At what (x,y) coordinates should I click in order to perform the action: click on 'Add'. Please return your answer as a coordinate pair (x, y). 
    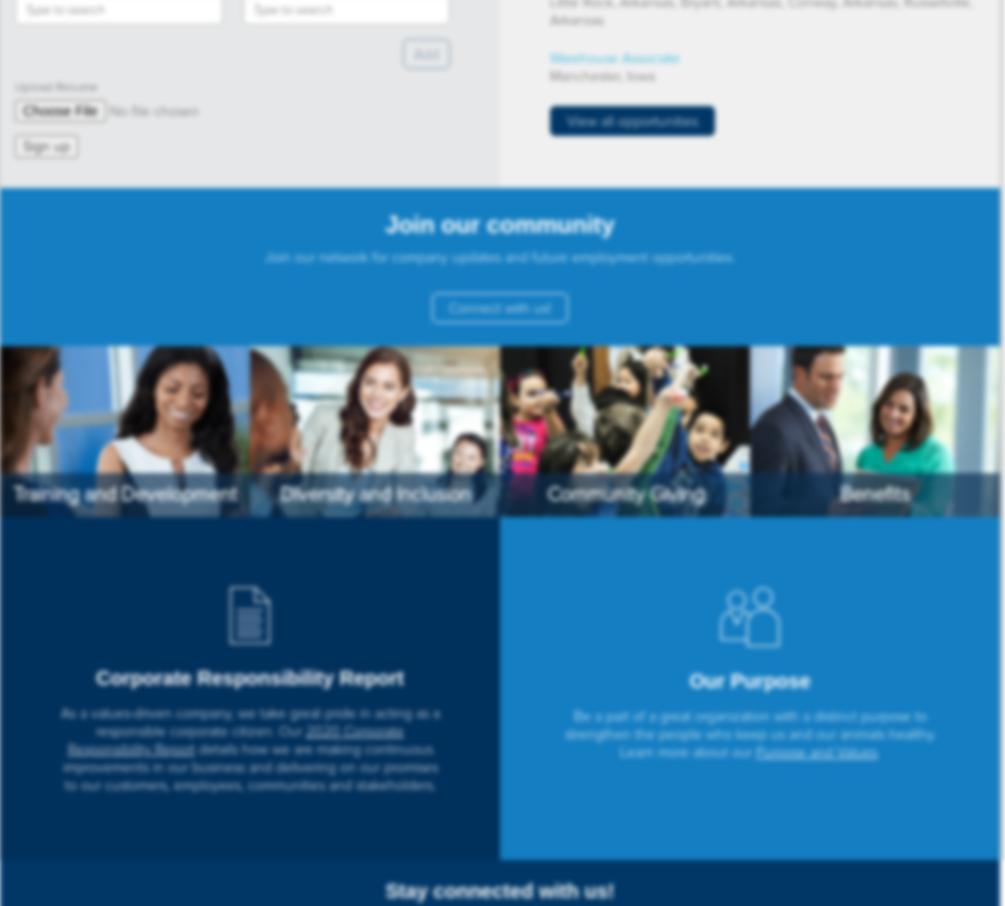
    Looking at the image, I should click on (426, 54).